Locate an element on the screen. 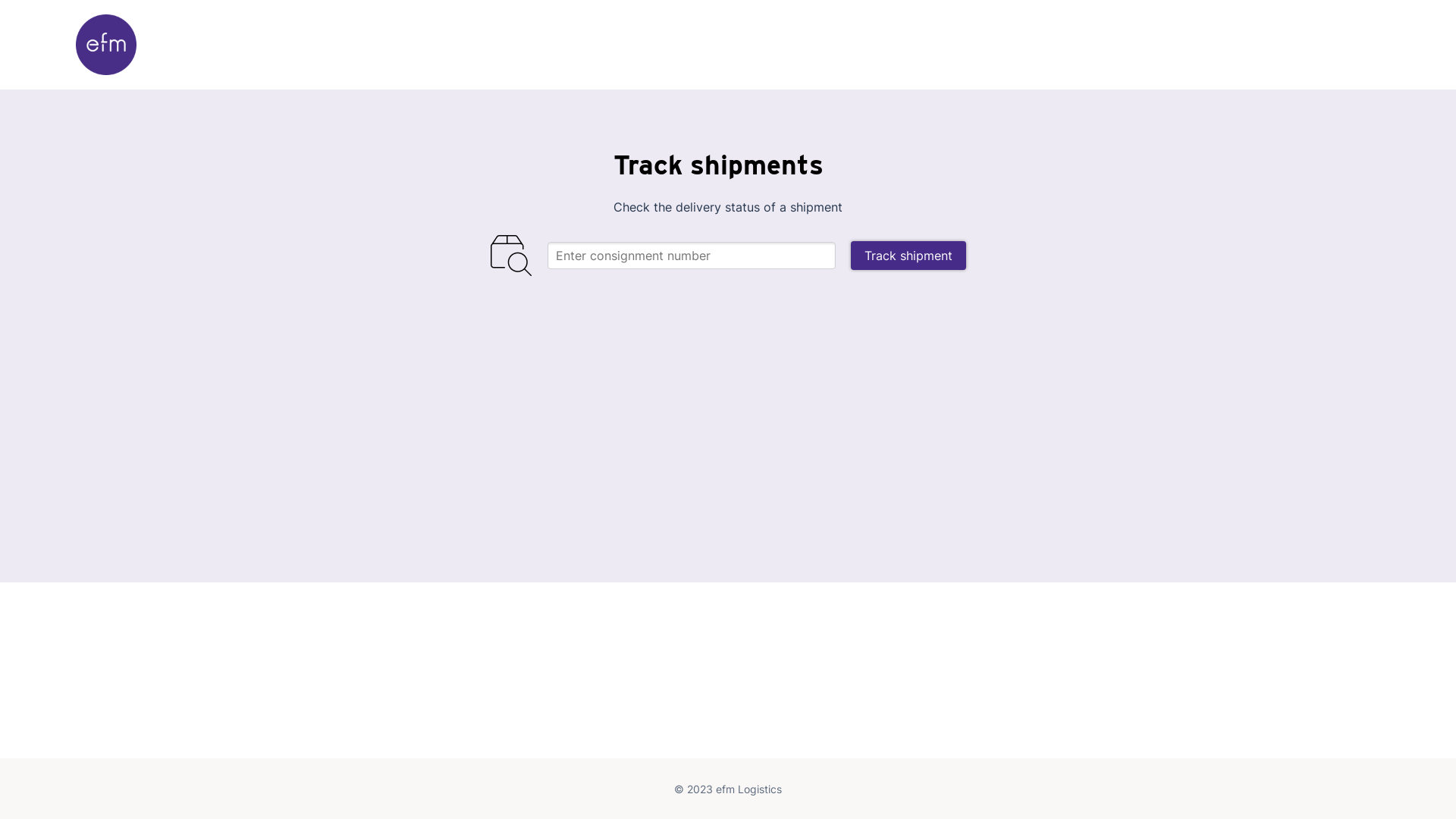 The image size is (1456, 819). 'Track shipment' is located at coordinates (908, 254).